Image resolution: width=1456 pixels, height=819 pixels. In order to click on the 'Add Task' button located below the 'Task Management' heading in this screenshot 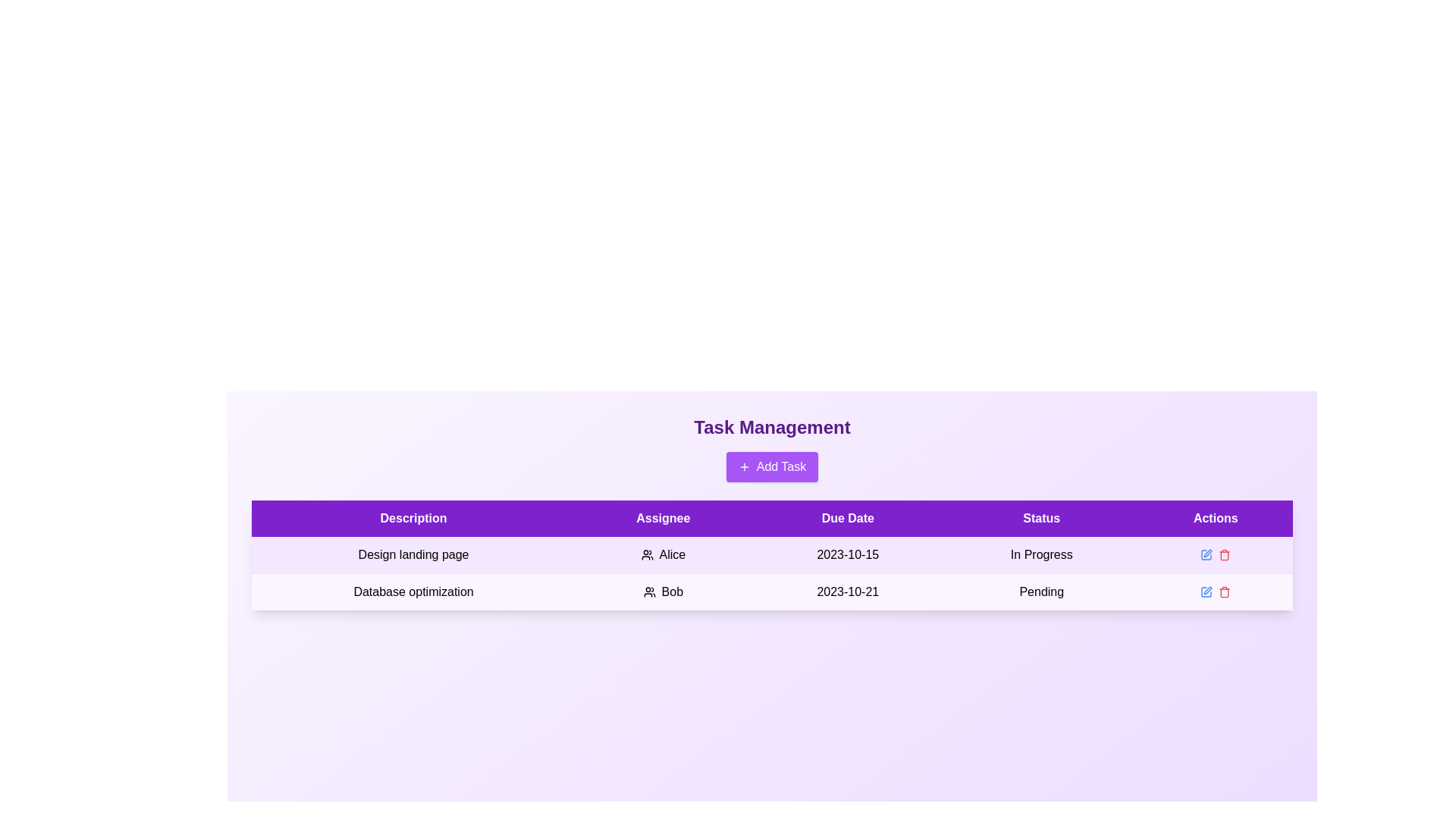, I will do `click(772, 447)`.